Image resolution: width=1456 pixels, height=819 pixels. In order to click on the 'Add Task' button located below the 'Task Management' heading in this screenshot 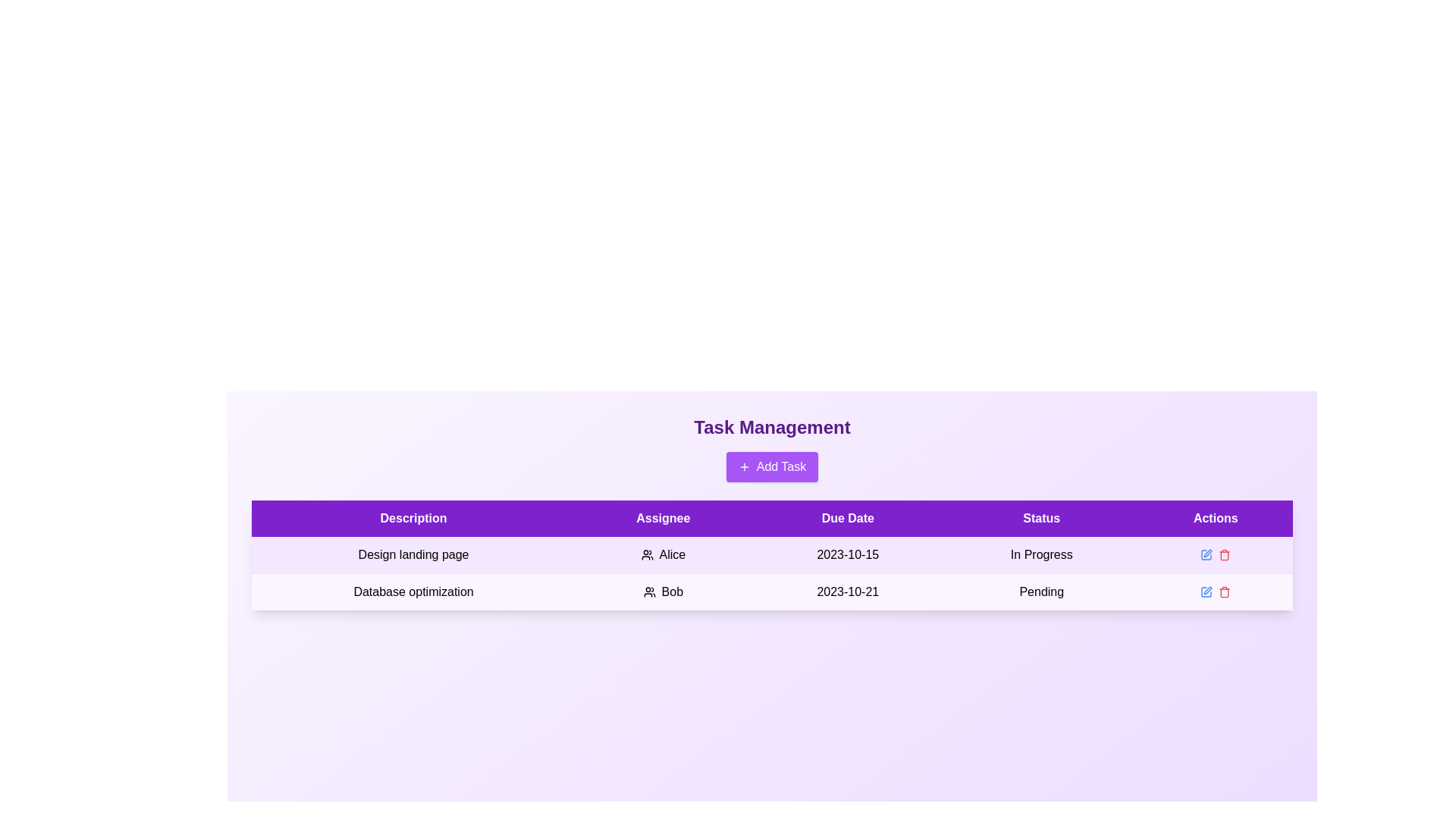, I will do `click(772, 447)`.